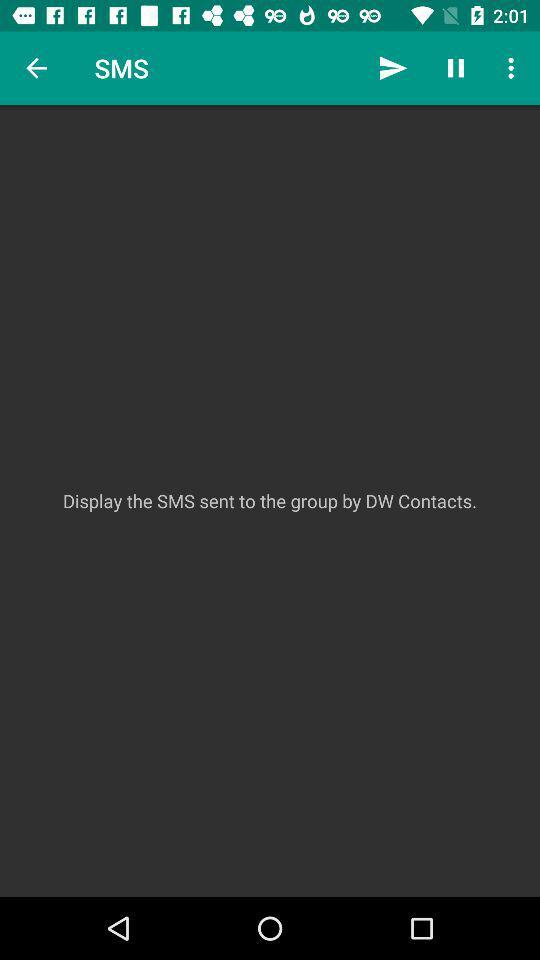 Image resolution: width=540 pixels, height=960 pixels. What do you see at coordinates (455, 68) in the screenshot?
I see `the item above the display the sms` at bounding box center [455, 68].